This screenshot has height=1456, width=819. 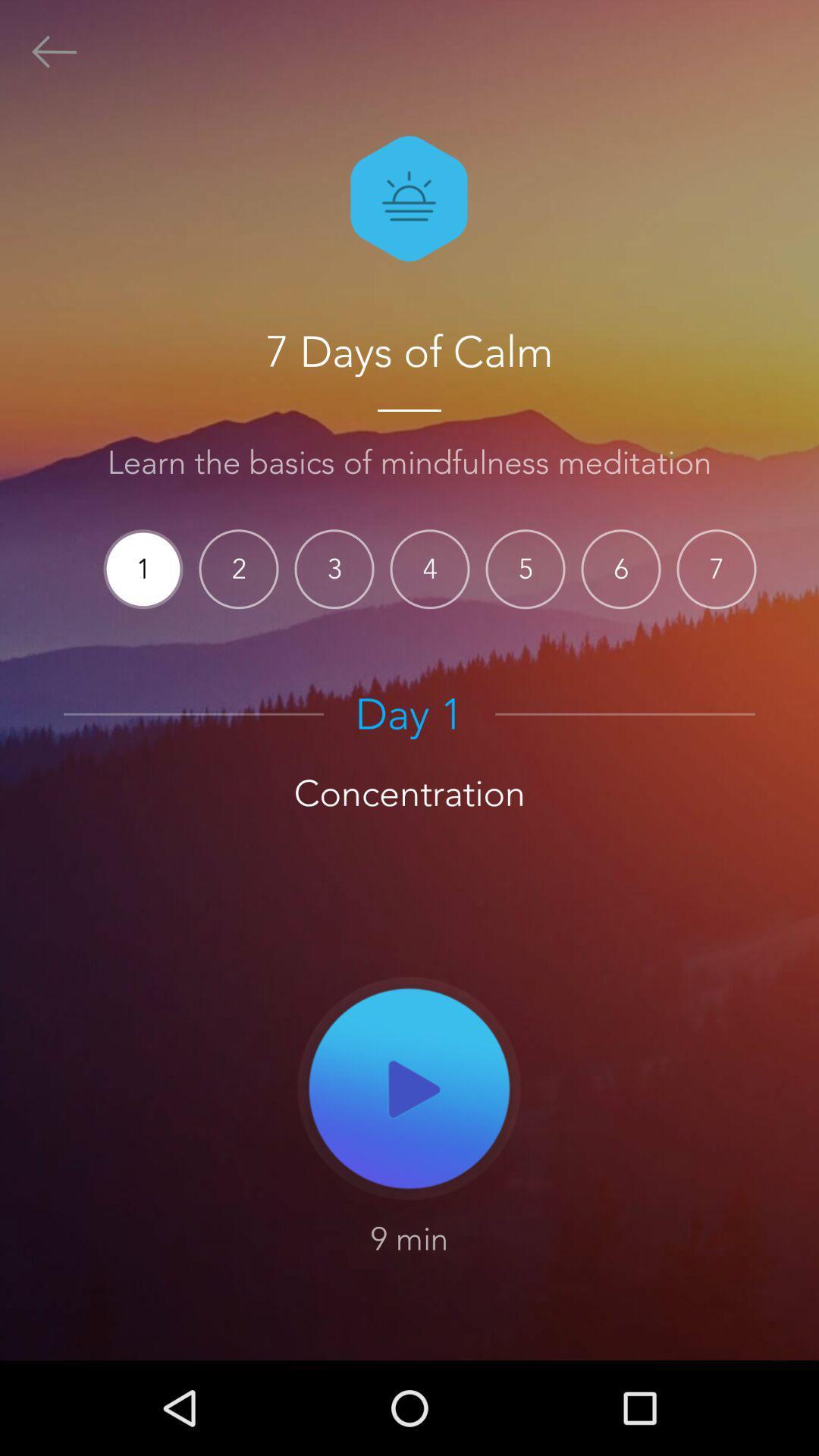 I want to click on icon above the 9 min icon, so click(x=409, y=1087).